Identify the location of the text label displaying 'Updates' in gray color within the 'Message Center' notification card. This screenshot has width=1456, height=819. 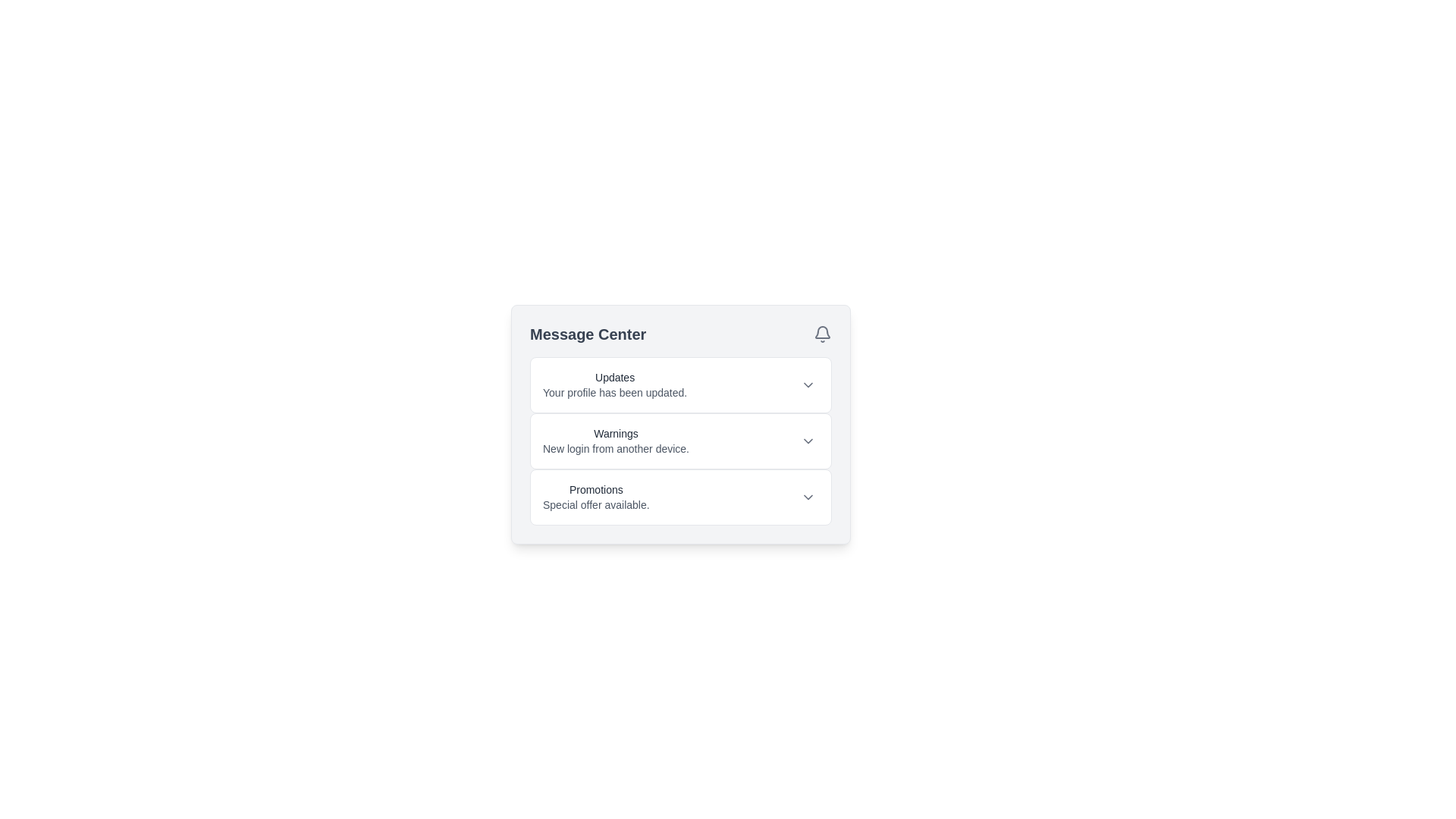
(615, 376).